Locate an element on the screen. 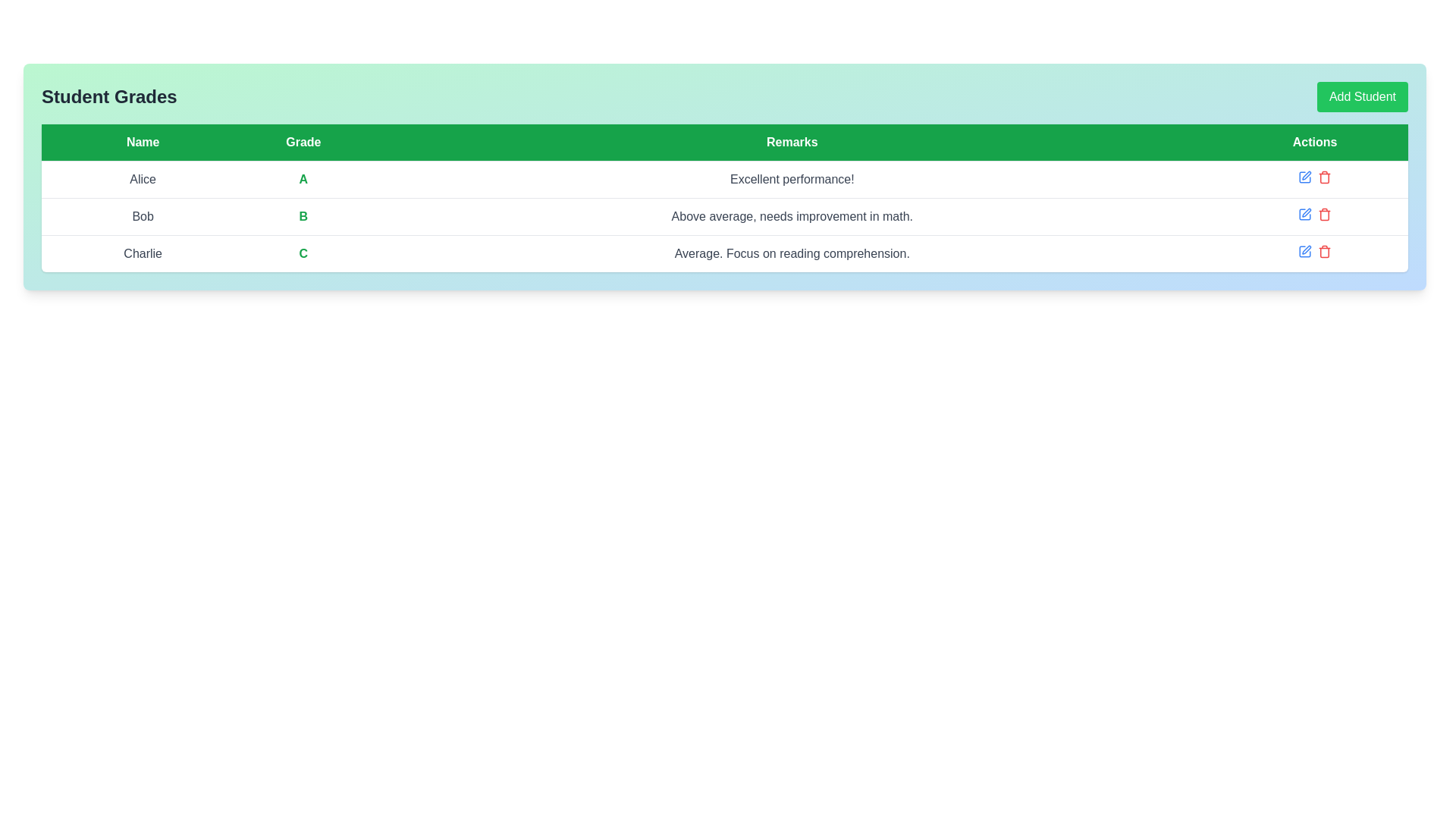  the first blue interactive button in the 'Actions' column corresponding to 'Alice' is located at coordinates (1304, 177).